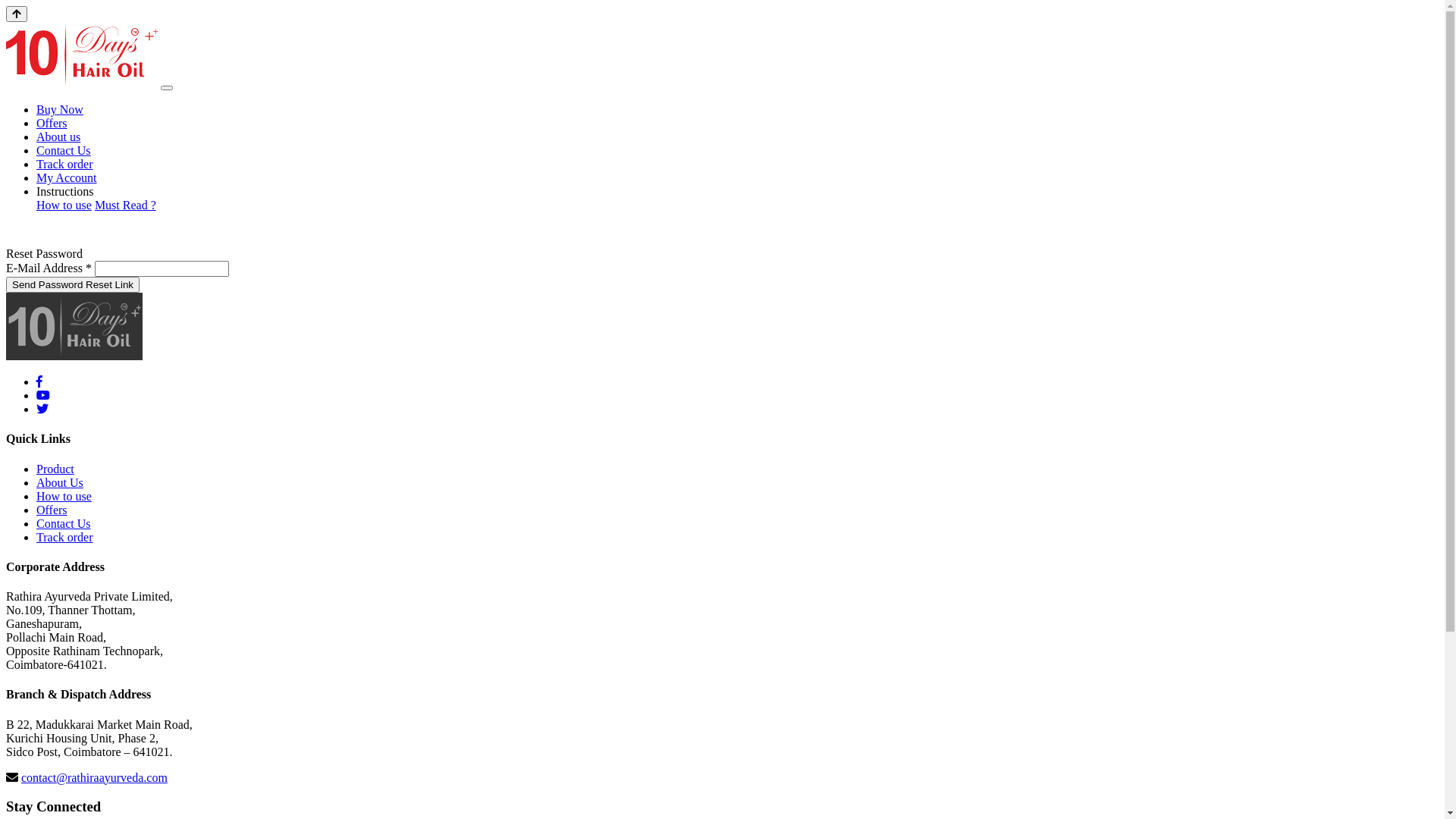 This screenshot has width=1456, height=819. Describe the element at coordinates (59, 482) in the screenshot. I see `'About Us'` at that location.